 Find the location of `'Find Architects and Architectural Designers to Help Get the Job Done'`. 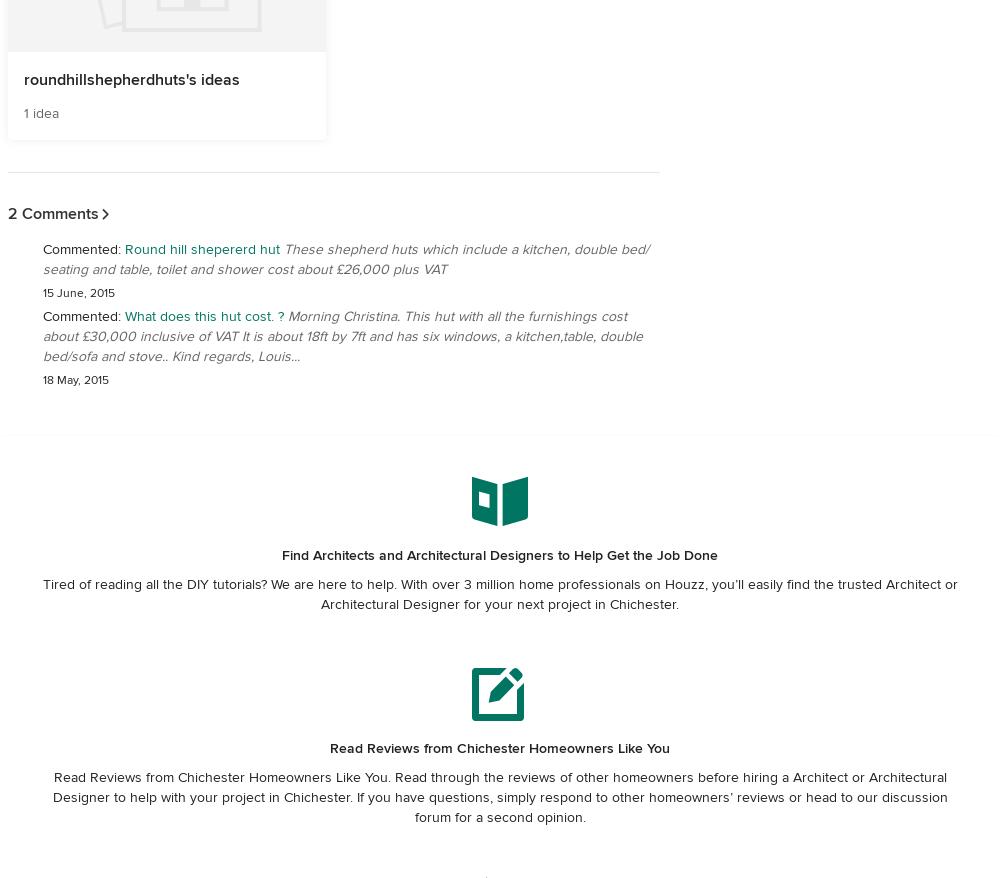

'Find Architects and Architectural Designers to Help Get the Job Done' is located at coordinates (500, 554).